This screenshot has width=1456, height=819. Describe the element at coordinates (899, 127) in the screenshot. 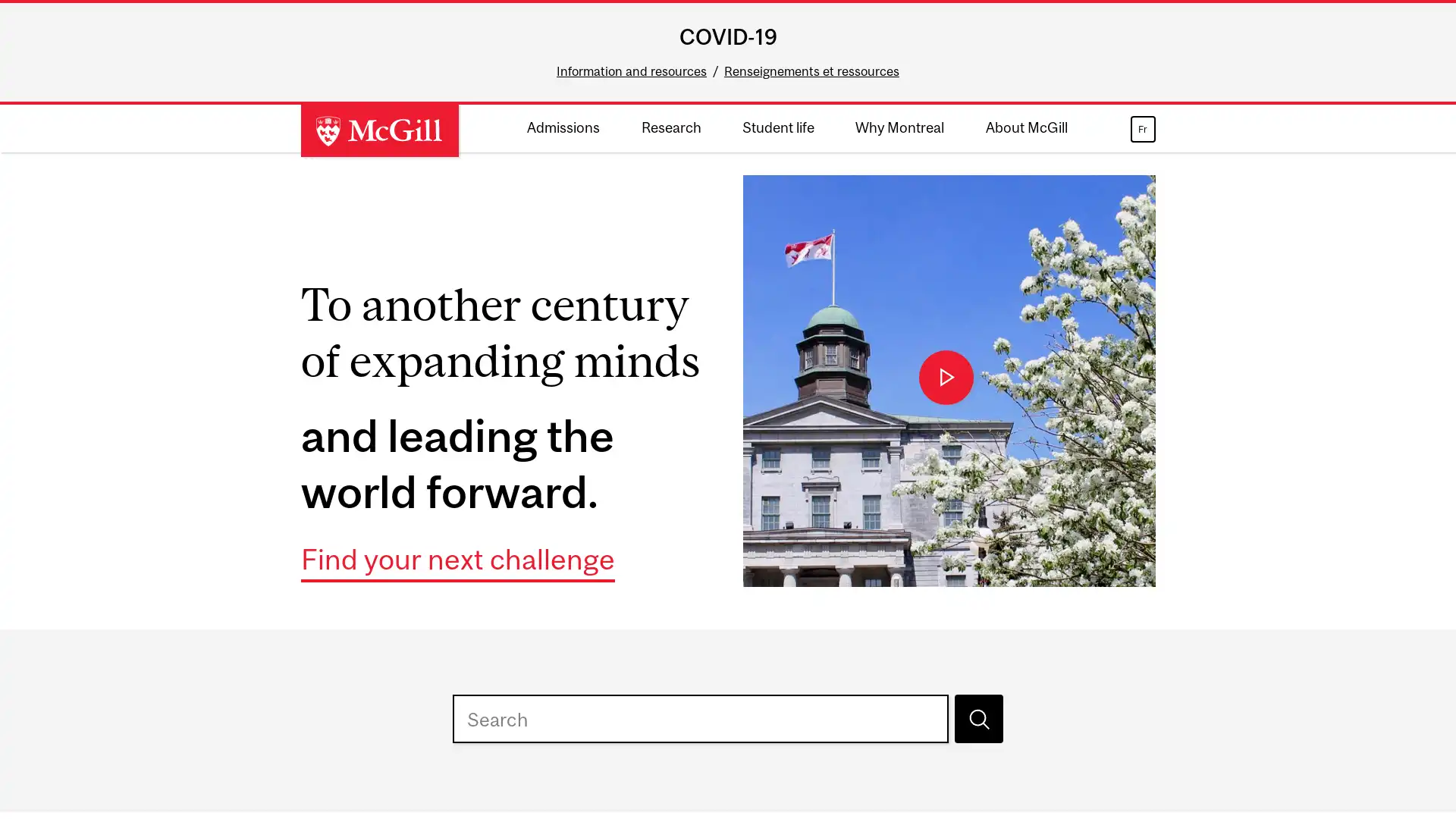

I see `Why Montreal` at that location.